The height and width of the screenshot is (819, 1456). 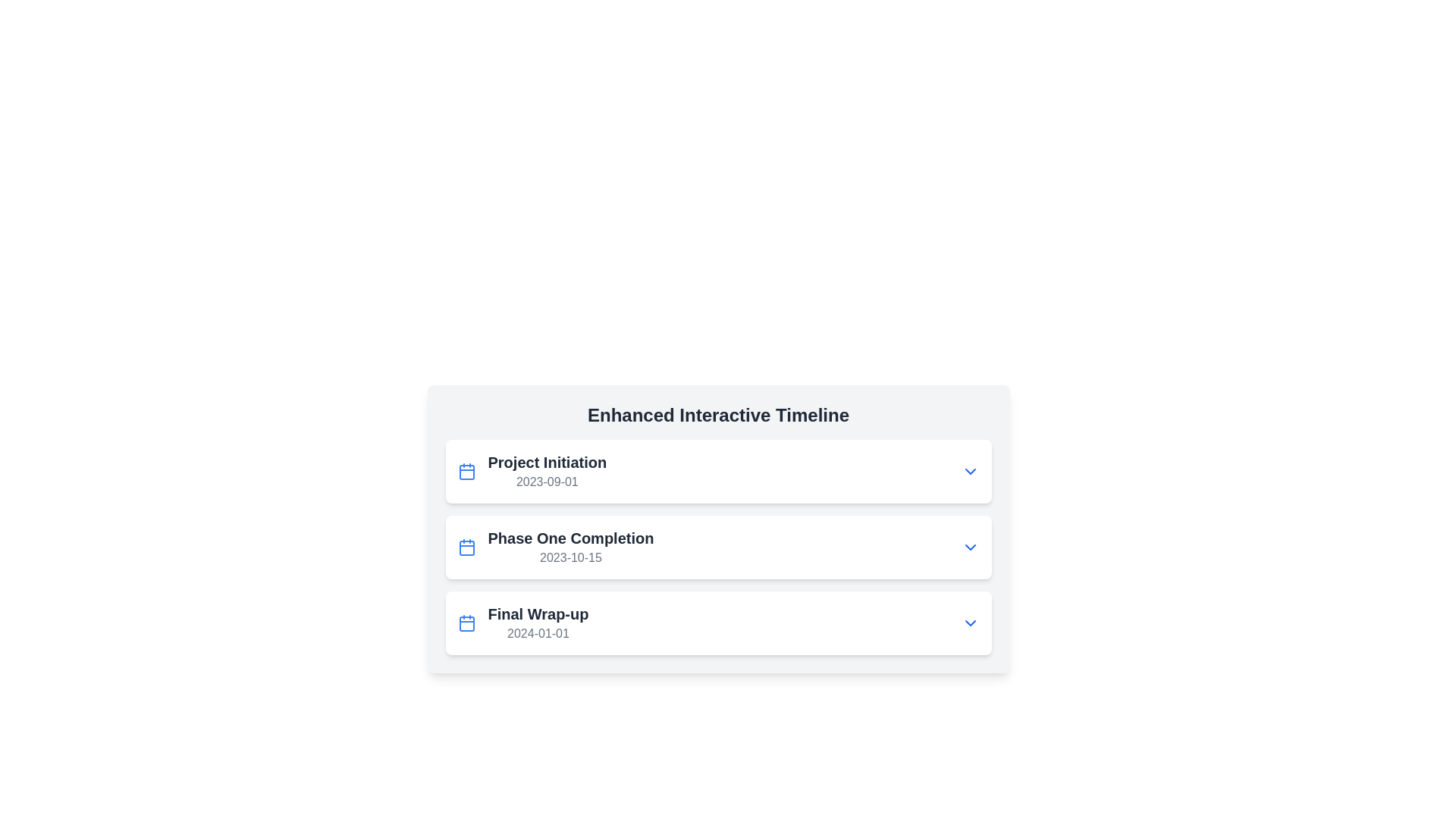 I want to click on the Calendar Icon with a blue outline, located next to the text 'Phase One Completion' in the second row of the list, so click(x=466, y=547).